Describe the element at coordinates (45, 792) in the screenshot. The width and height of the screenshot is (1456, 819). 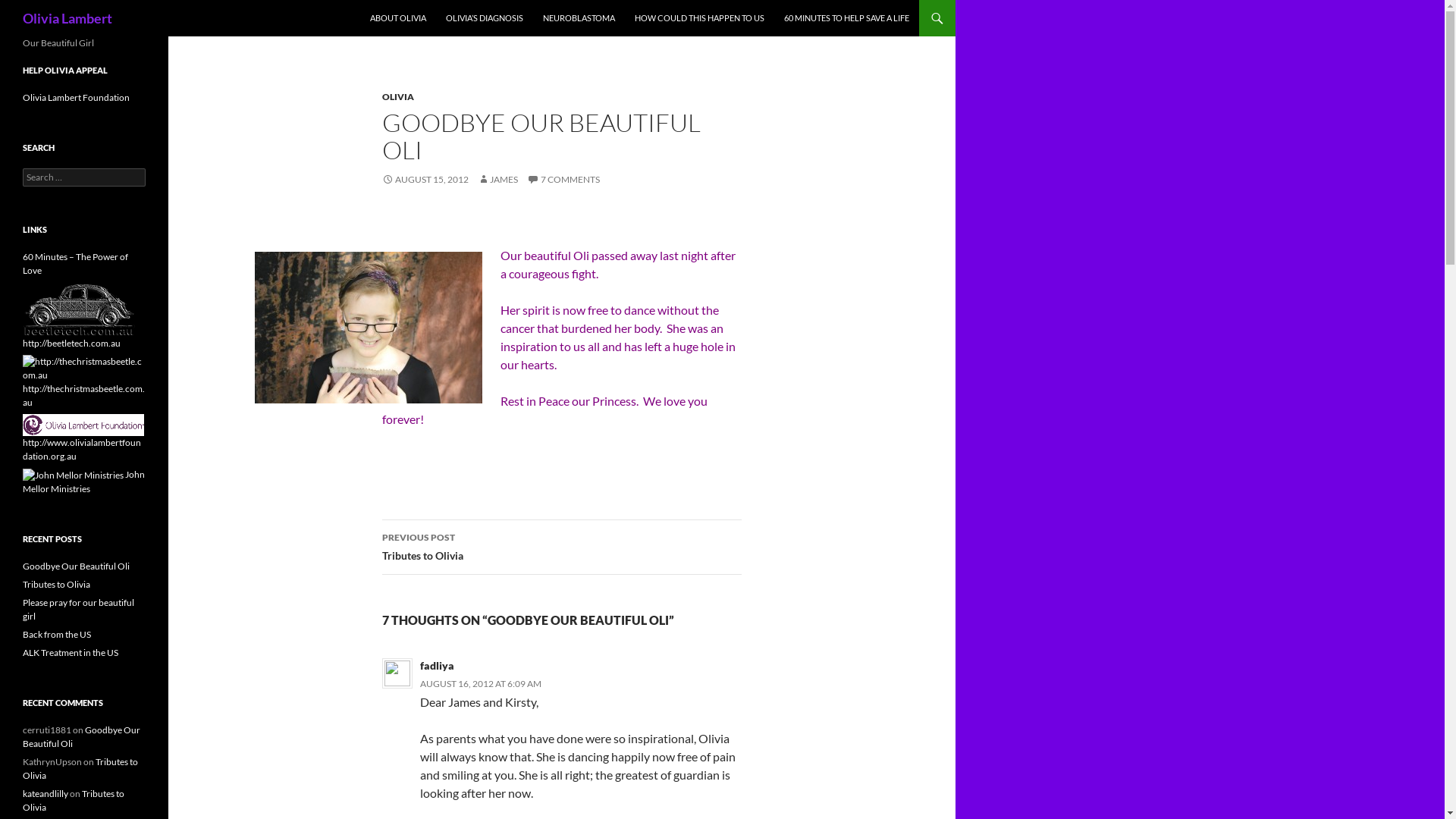
I see `'kateandlilly'` at that location.